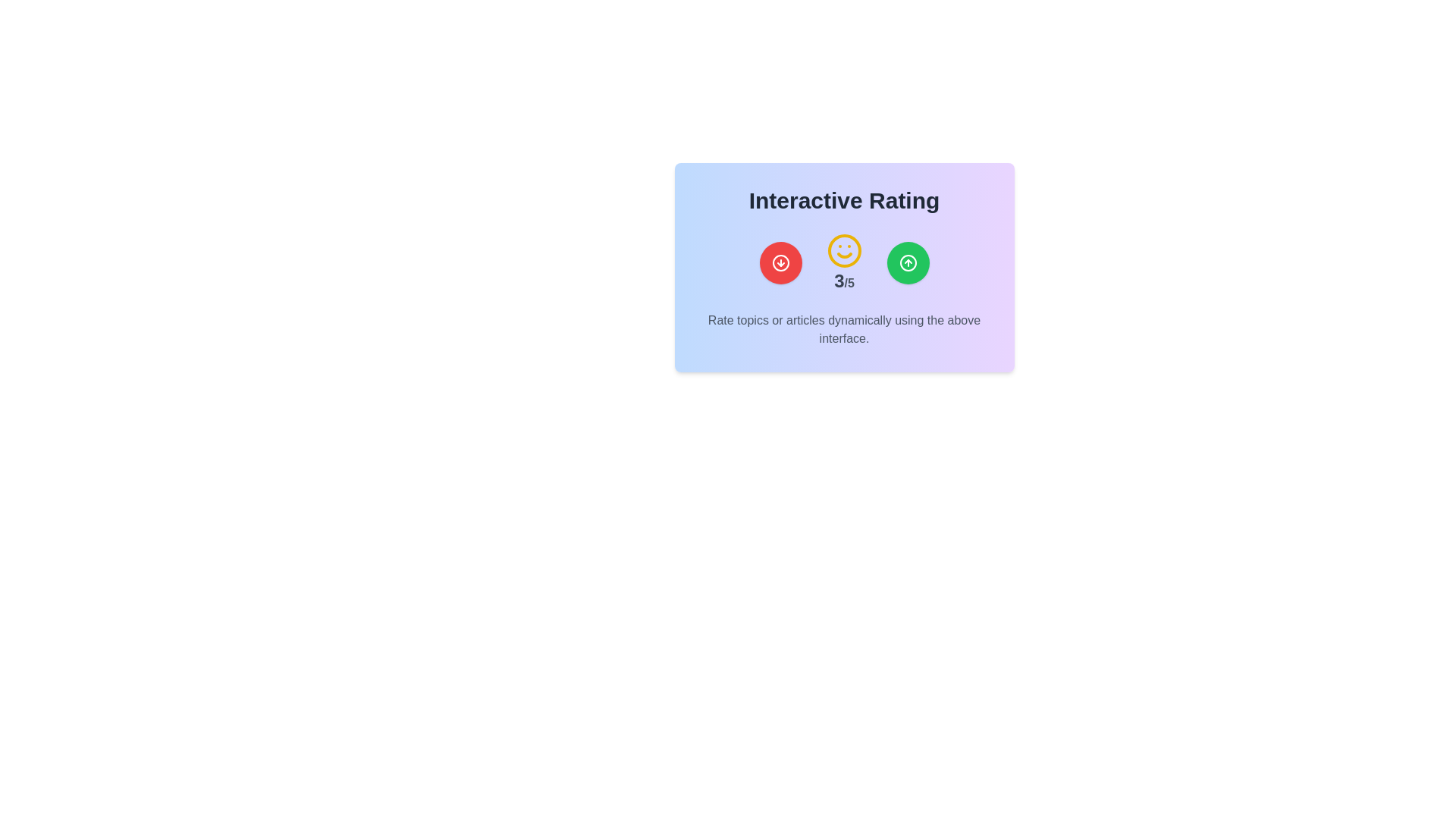 The image size is (1456, 819). Describe the element at coordinates (843, 262) in the screenshot. I see `the Rating Display Component, which is centered on a smiling emoji icon with a yellow outline circle and displays the text '3/5' below it` at that location.